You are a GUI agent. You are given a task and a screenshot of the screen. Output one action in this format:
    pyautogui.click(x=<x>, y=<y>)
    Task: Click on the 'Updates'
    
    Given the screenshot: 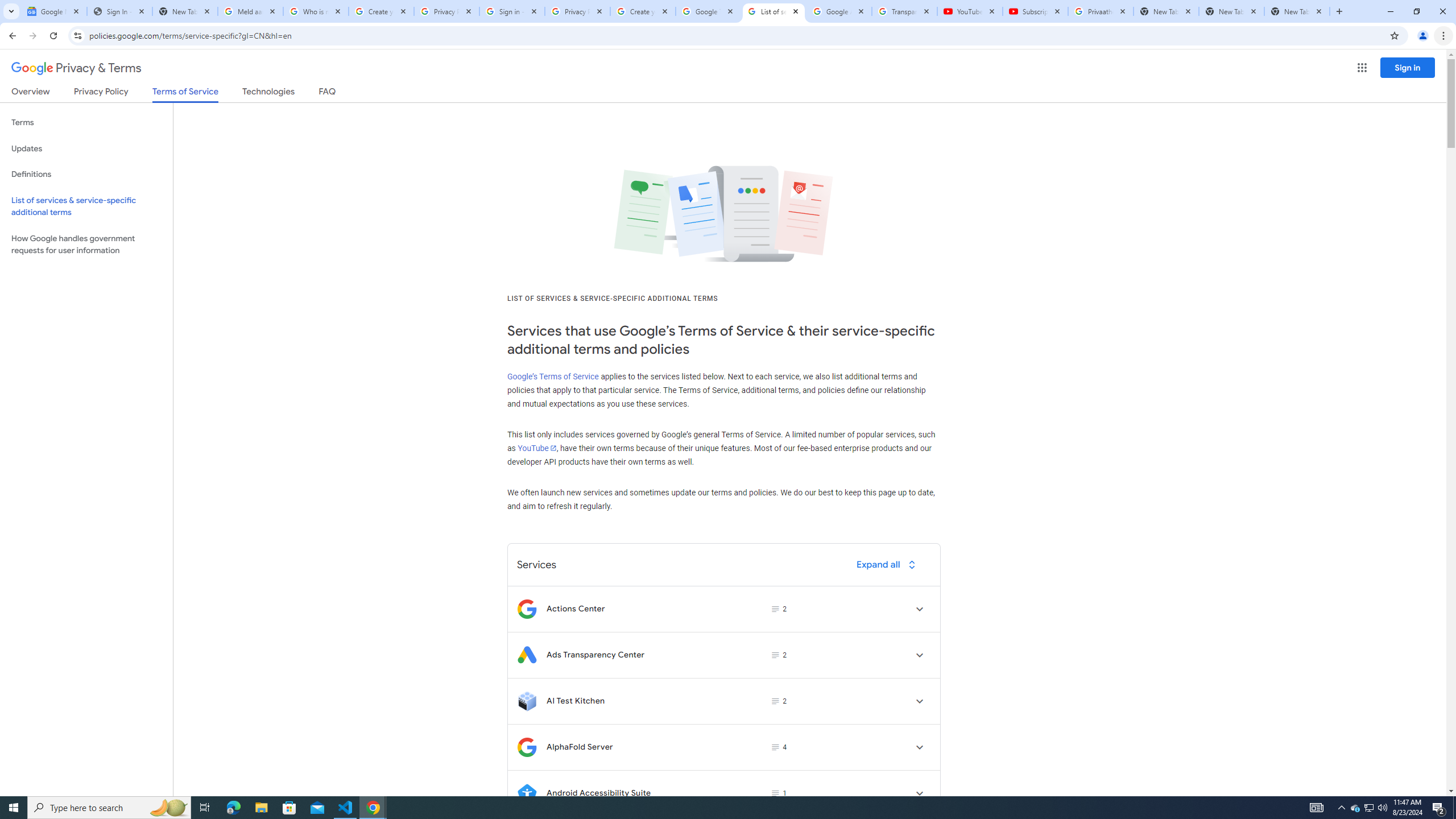 What is the action you would take?
    pyautogui.click(x=86, y=148)
    